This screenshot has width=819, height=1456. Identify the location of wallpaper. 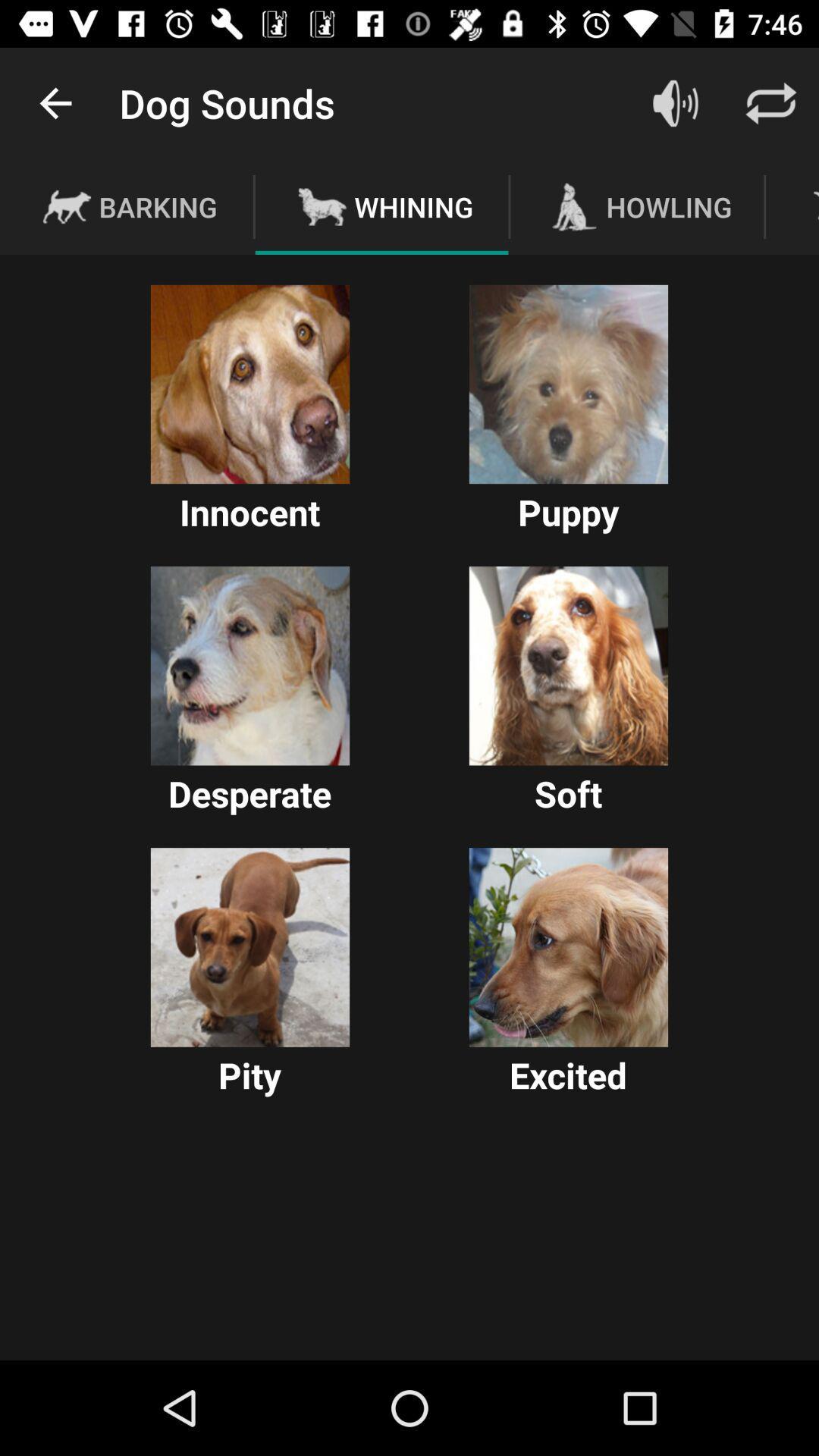
(568, 384).